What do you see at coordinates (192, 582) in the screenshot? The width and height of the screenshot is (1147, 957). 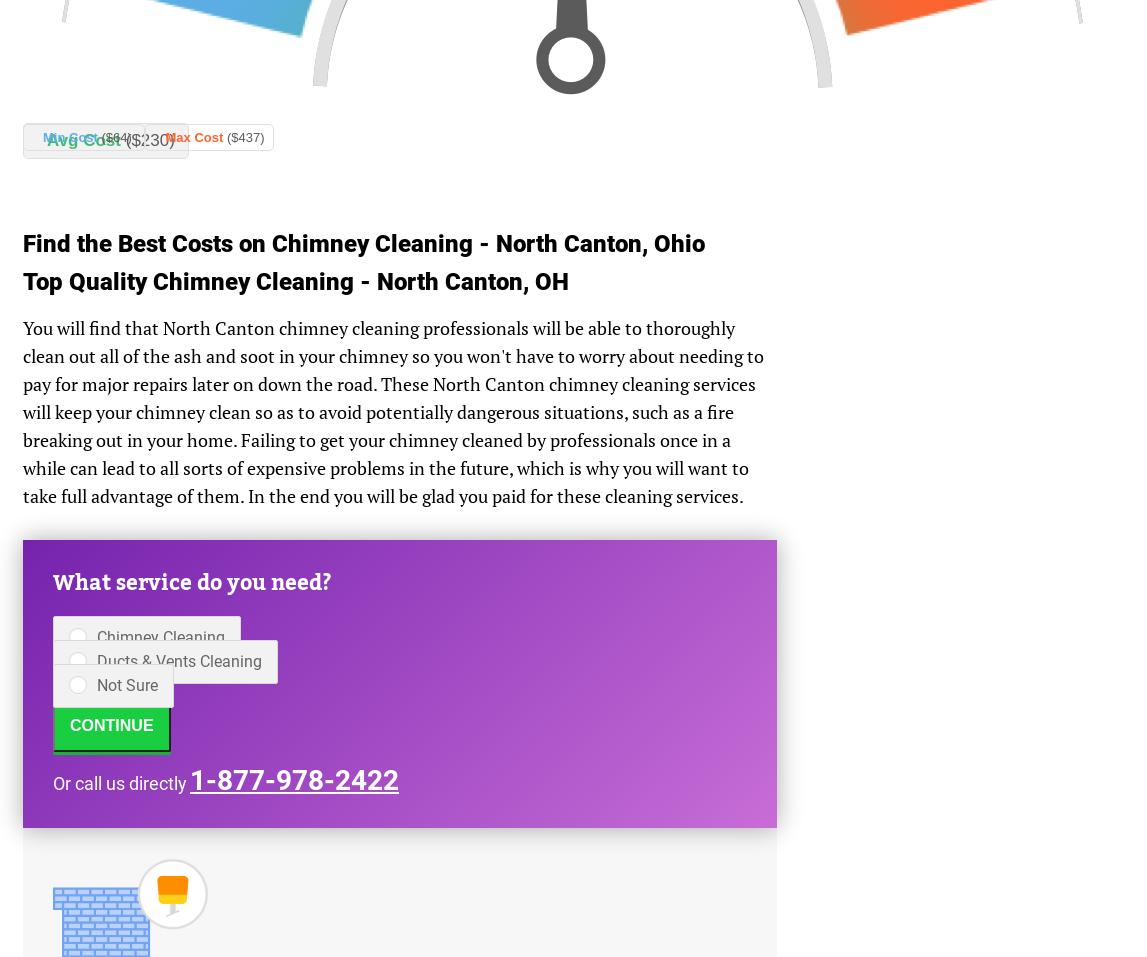 I see `'What service do you need?'` at bounding box center [192, 582].